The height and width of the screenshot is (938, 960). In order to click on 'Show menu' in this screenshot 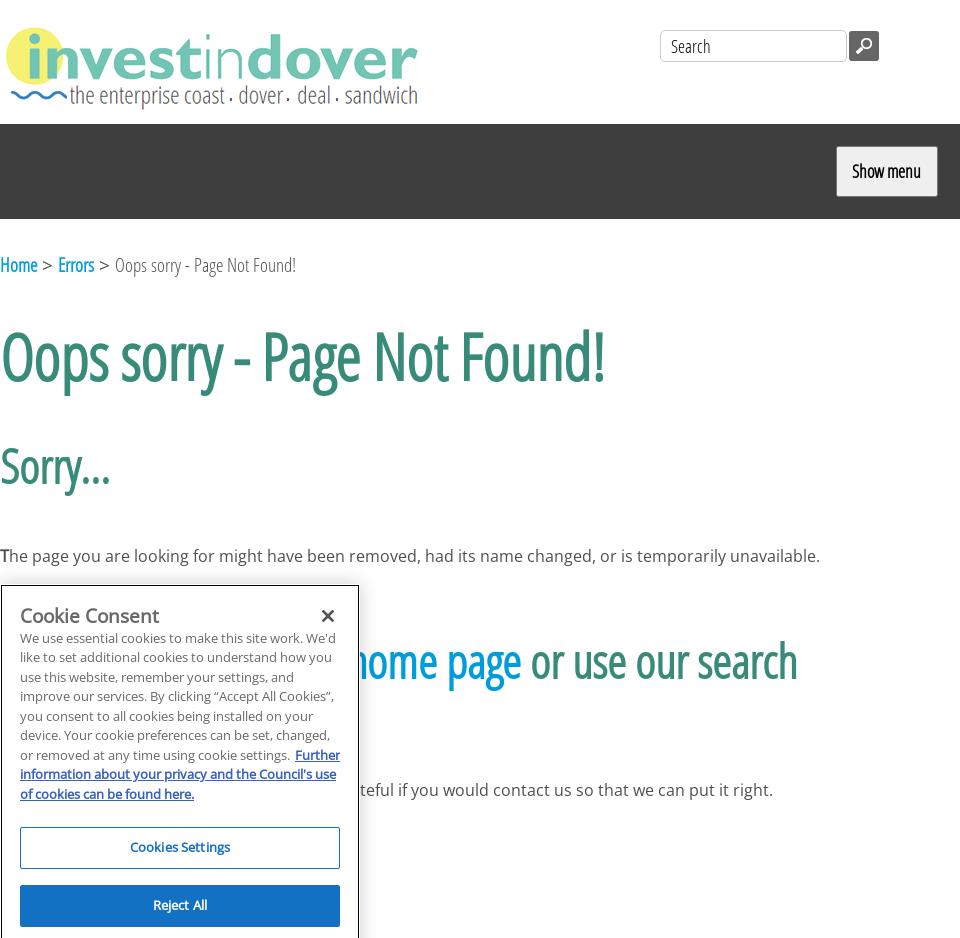, I will do `click(885, 168)`.